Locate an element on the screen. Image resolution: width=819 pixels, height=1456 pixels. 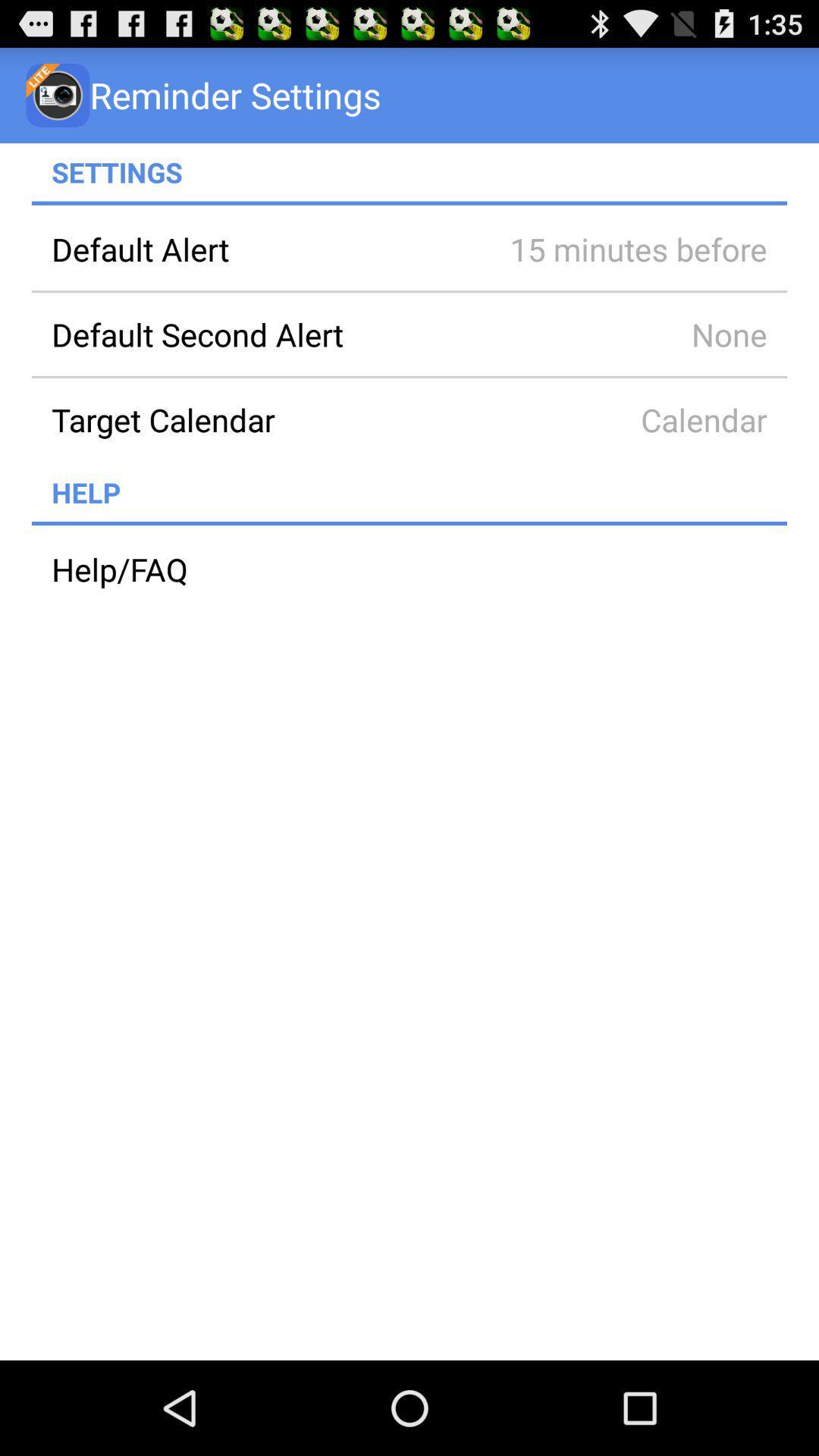
the item below none app is located at coordinates (259, 419).